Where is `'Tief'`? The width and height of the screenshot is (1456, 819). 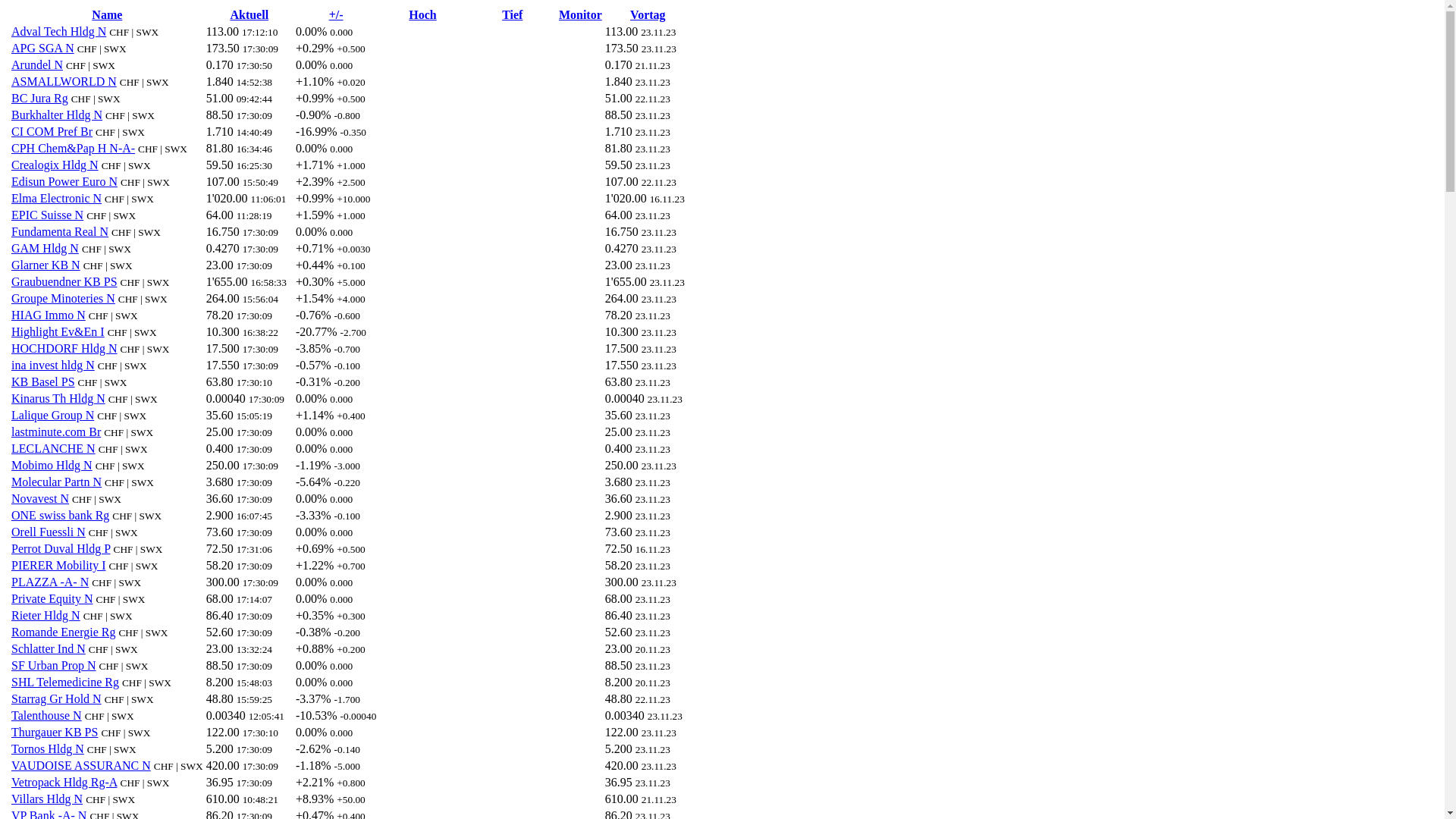 'Tief' is located at coordinates (512, 14).